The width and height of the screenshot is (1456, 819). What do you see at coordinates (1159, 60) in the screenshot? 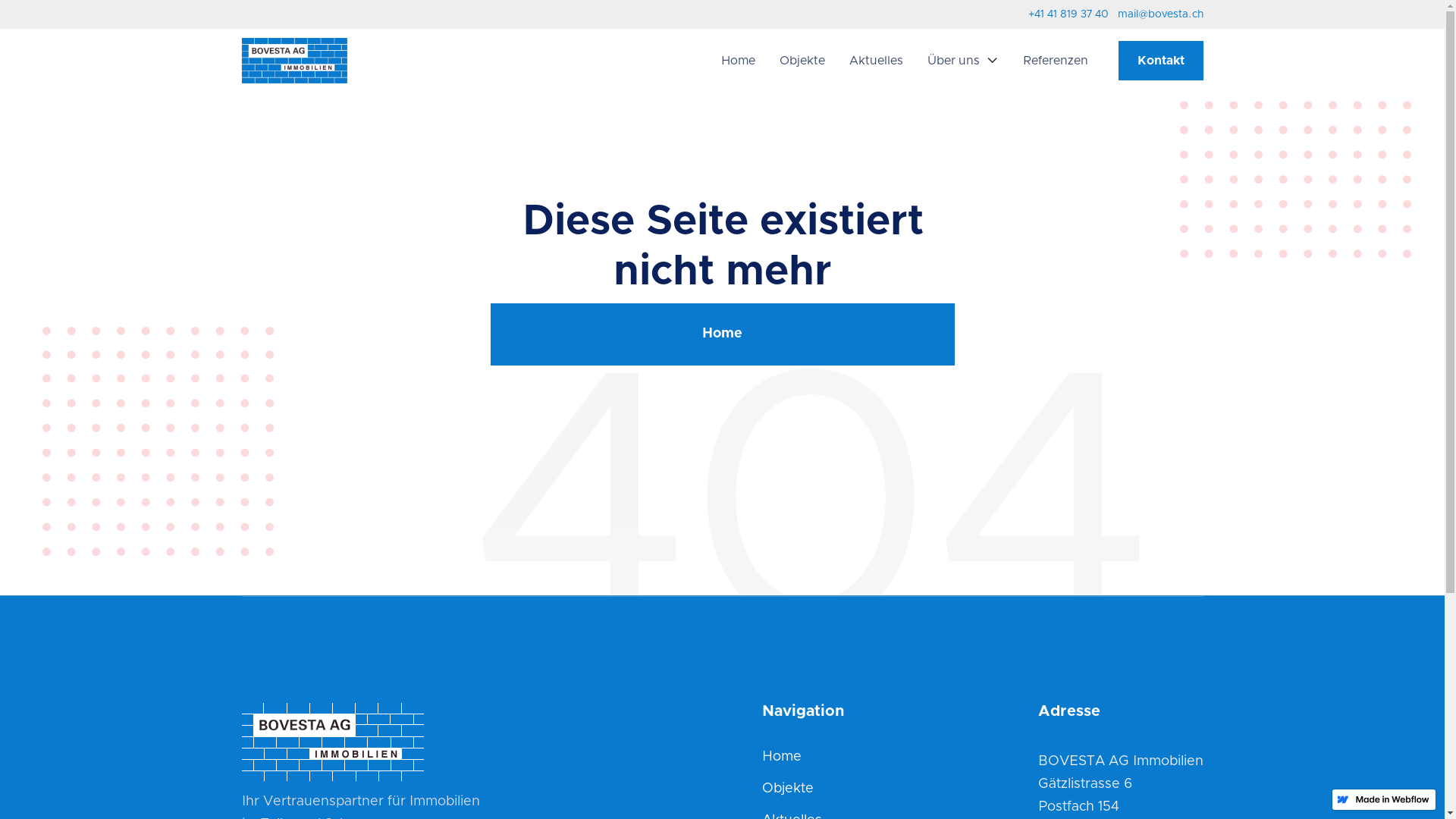
I see `'Kontakt'` at bounding box center [1159, 60].